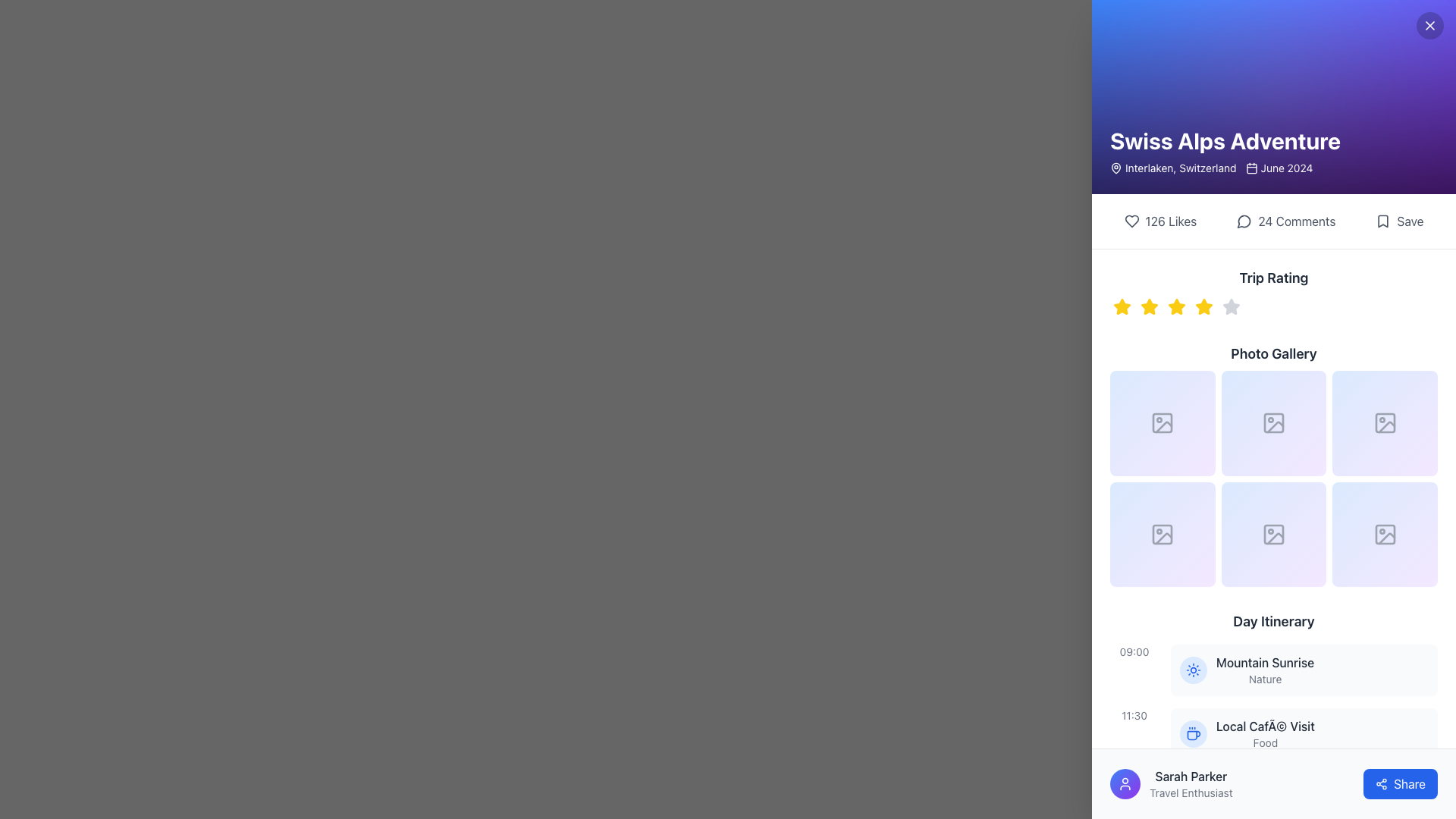 The image size is (1456, 819). I want to click on the third star icon in the group of five stars, so click(1175, 306).